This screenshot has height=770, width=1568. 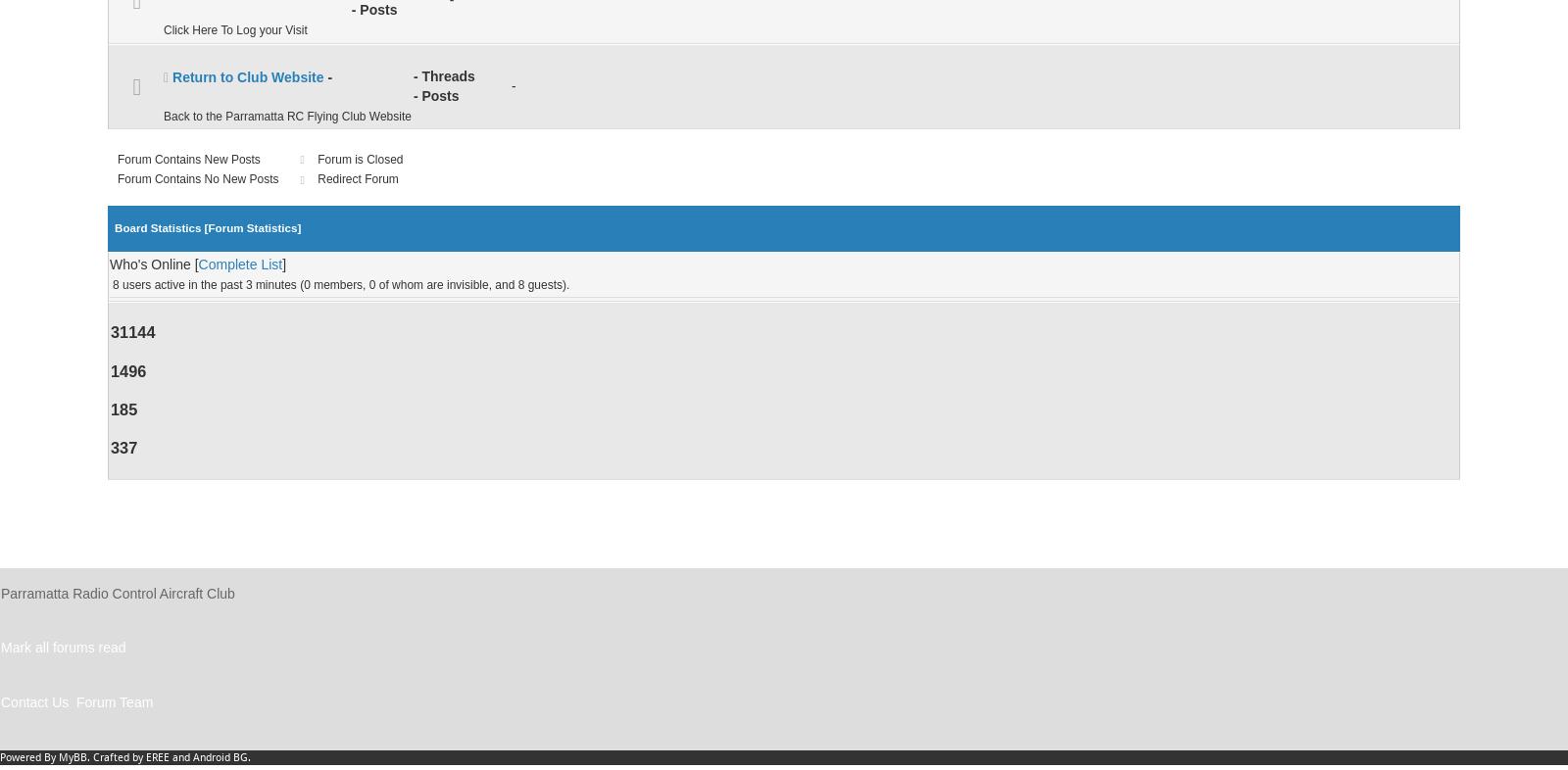 What do you see at coordinates (179, 756) in the screenshot?
I see `'and'` at bounding box center [179, 756].